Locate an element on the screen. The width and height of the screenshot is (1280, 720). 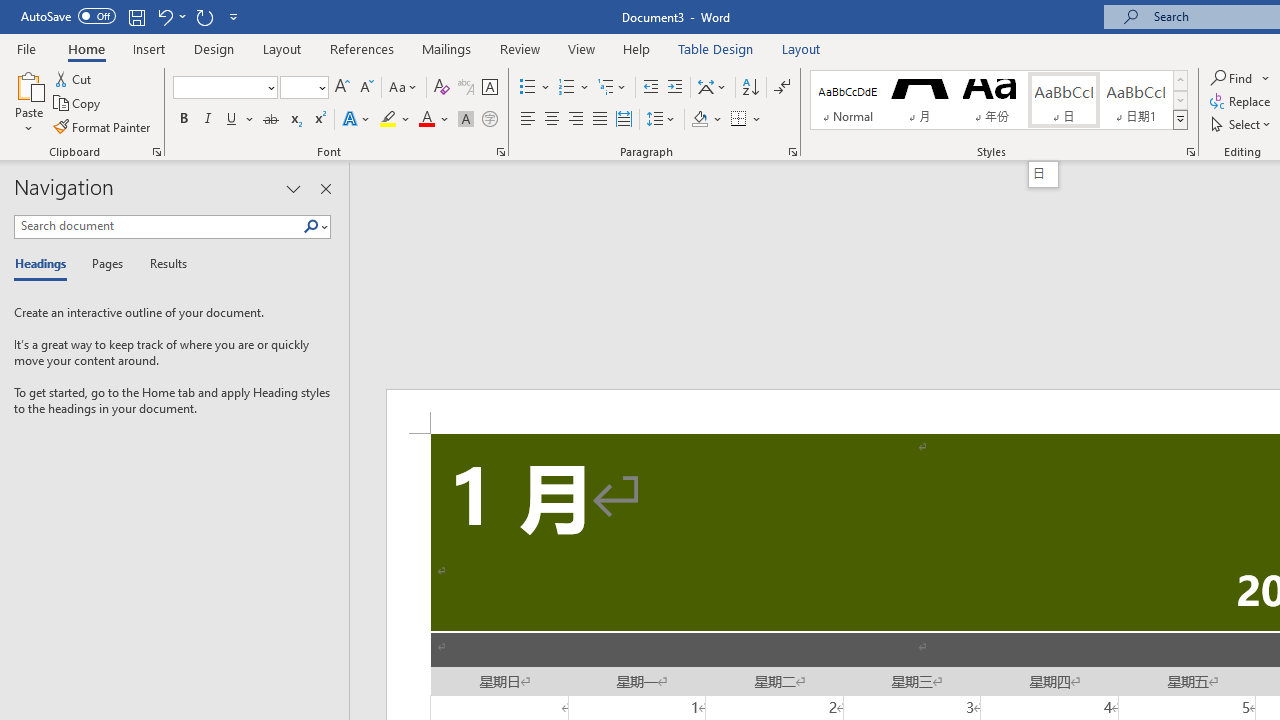
'Font Color' is located at coordinates (433, 119).